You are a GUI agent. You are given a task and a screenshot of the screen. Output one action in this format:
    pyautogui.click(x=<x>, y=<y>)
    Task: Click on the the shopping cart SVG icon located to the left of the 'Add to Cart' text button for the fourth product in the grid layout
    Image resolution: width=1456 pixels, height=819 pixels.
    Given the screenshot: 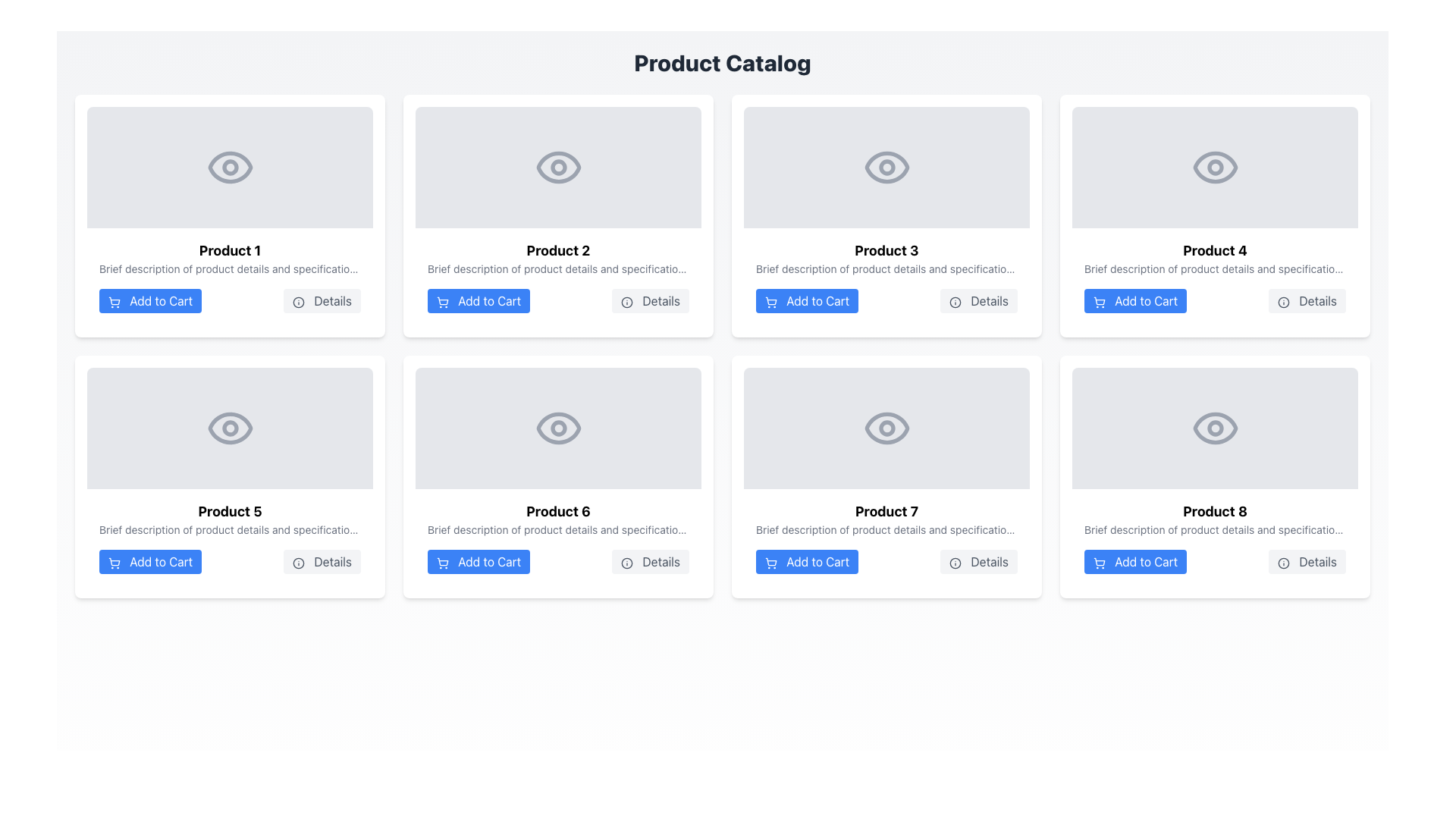 What is the action you would take?
    pyautogui.click(x=1099, y=301)
    